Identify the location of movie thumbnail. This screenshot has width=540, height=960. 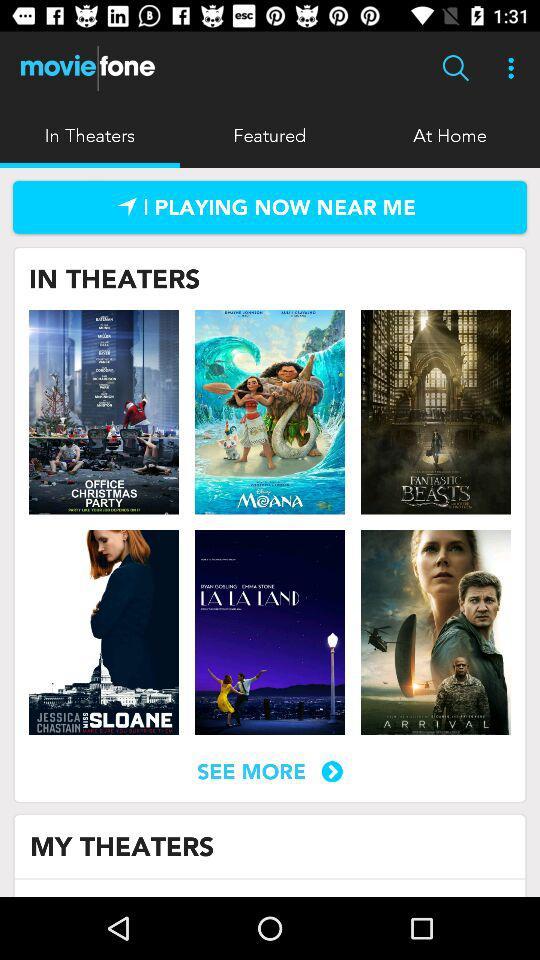
(434, 411).